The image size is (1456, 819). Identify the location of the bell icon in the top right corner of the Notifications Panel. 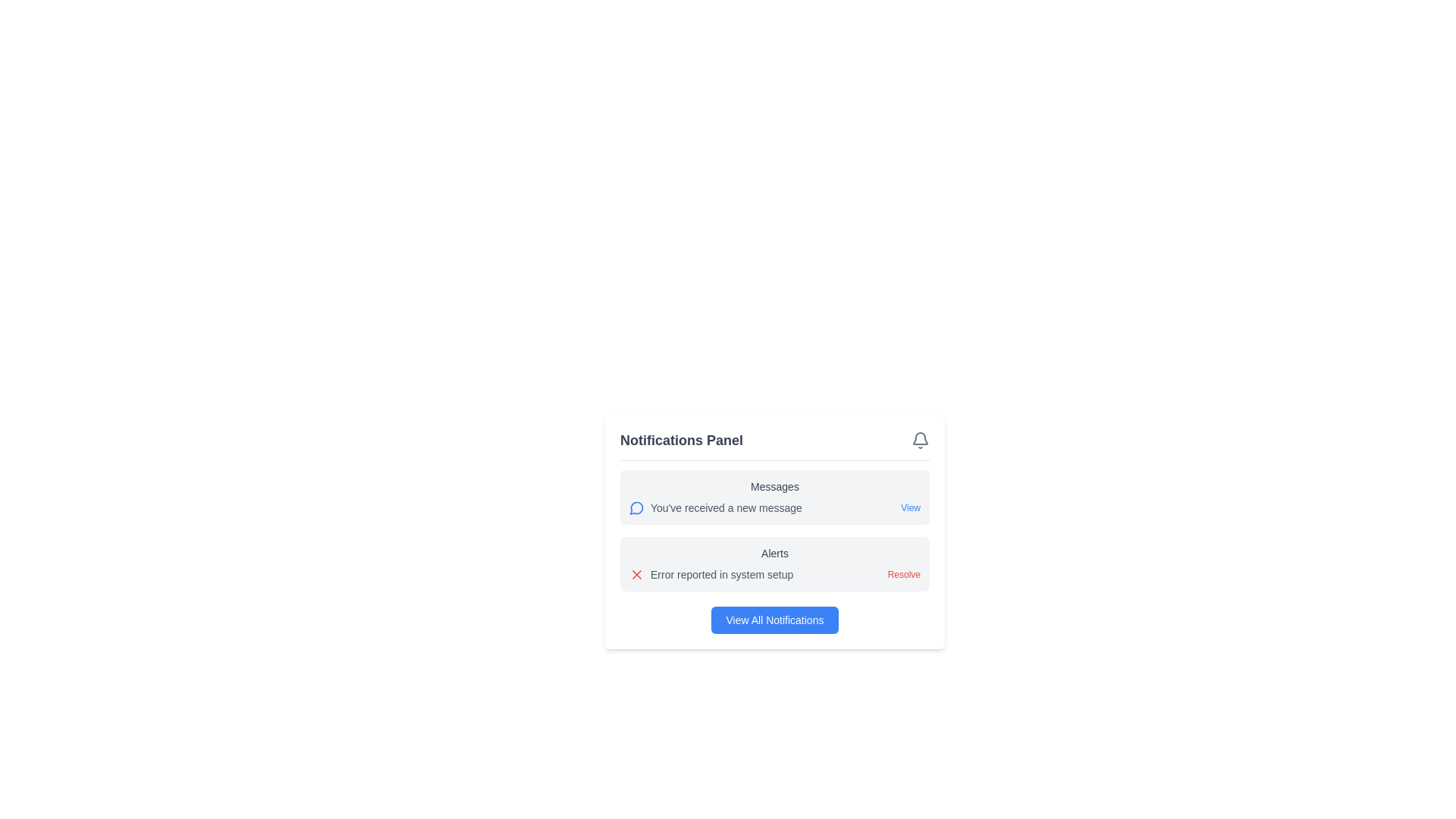
(920, 441).